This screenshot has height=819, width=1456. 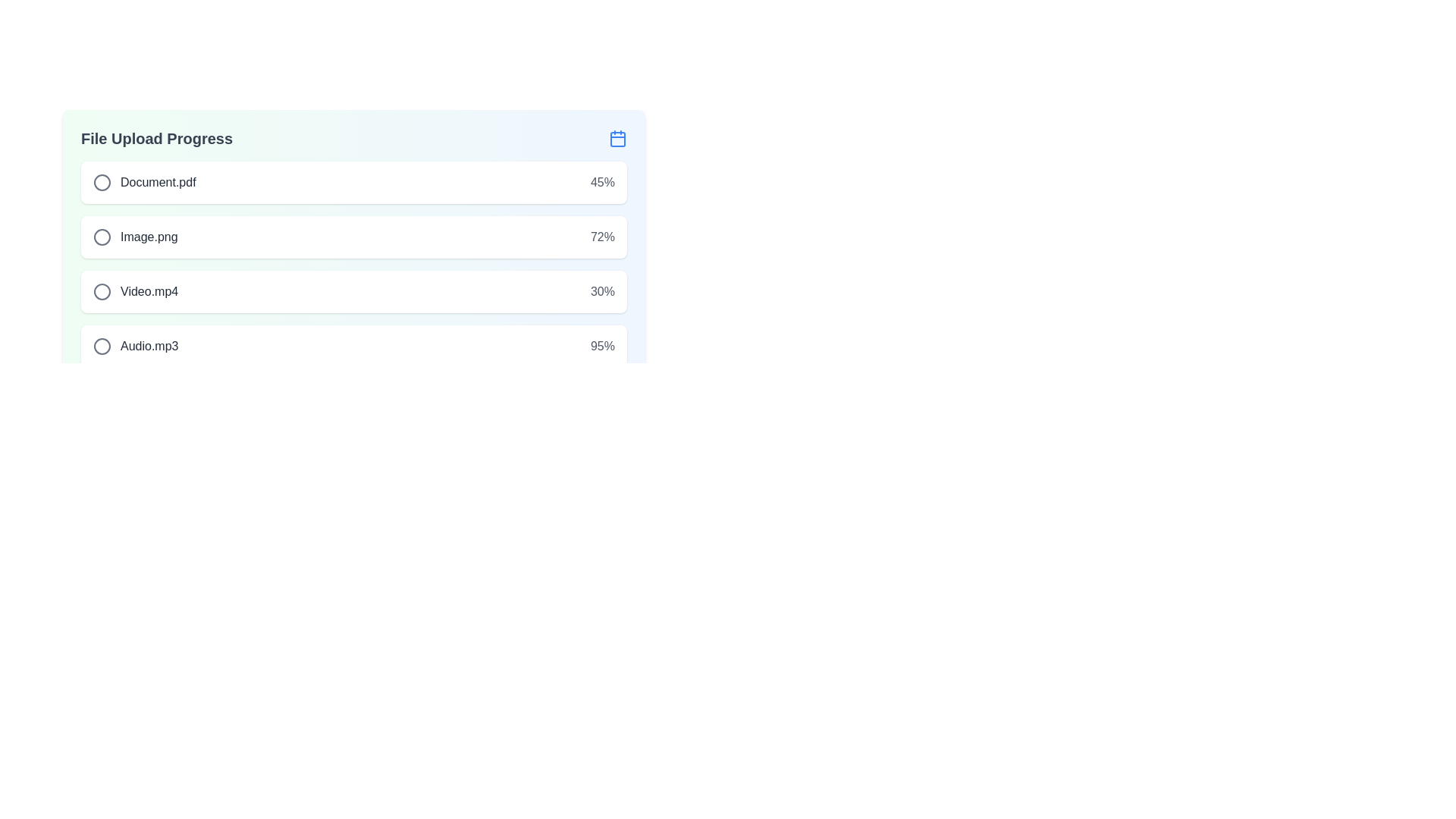 What do you see at coordinates (101, 346) in the screenshot?
I see `the circular radio button icon with a gray border located to the left of the text 'Audio.mp3'` at bounding box center [101, 346].